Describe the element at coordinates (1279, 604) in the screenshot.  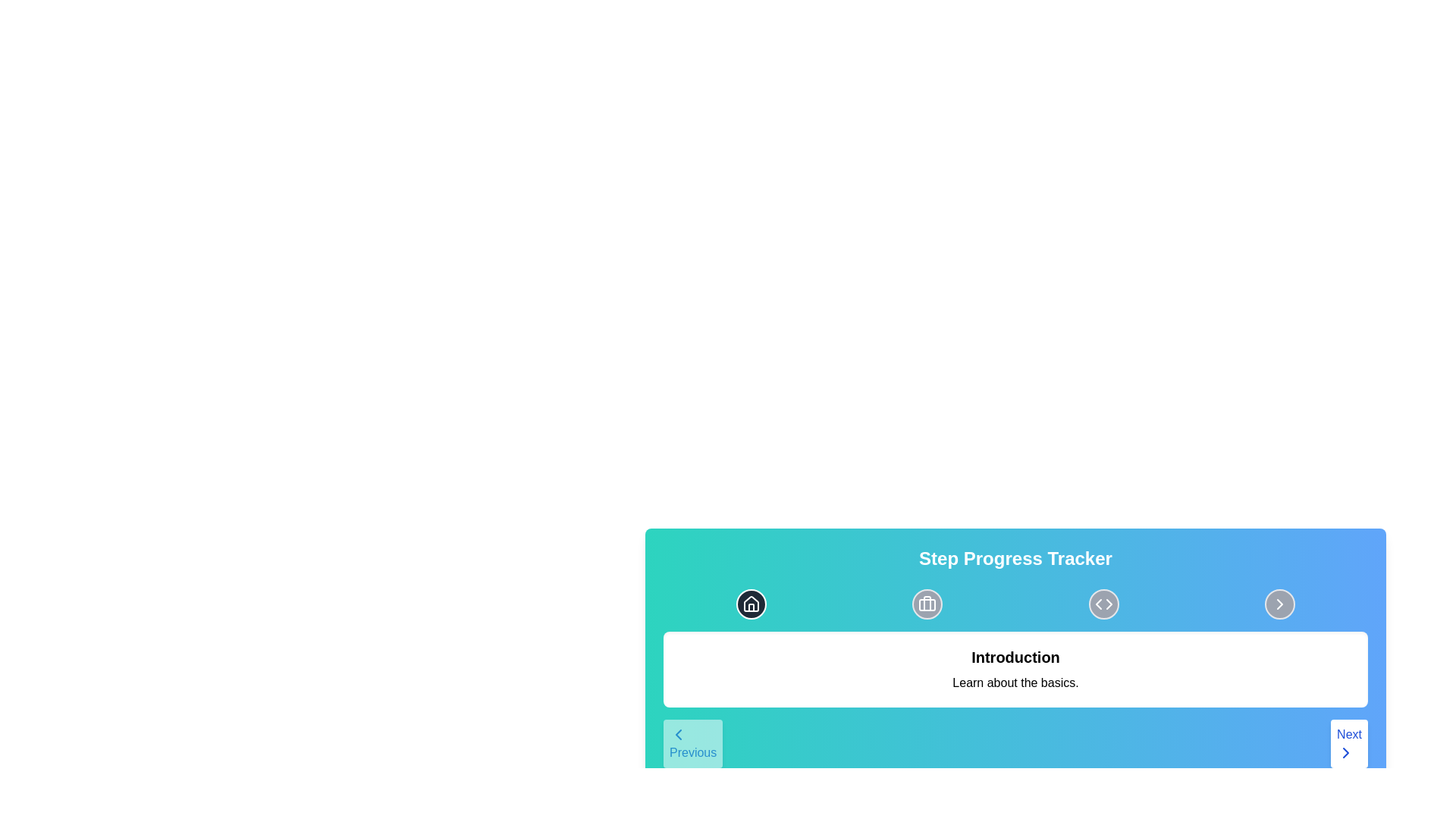
I see `the navigational button located at the far-right side among evenly spaced circular buttons in the upper section of a card-like component` at that location.